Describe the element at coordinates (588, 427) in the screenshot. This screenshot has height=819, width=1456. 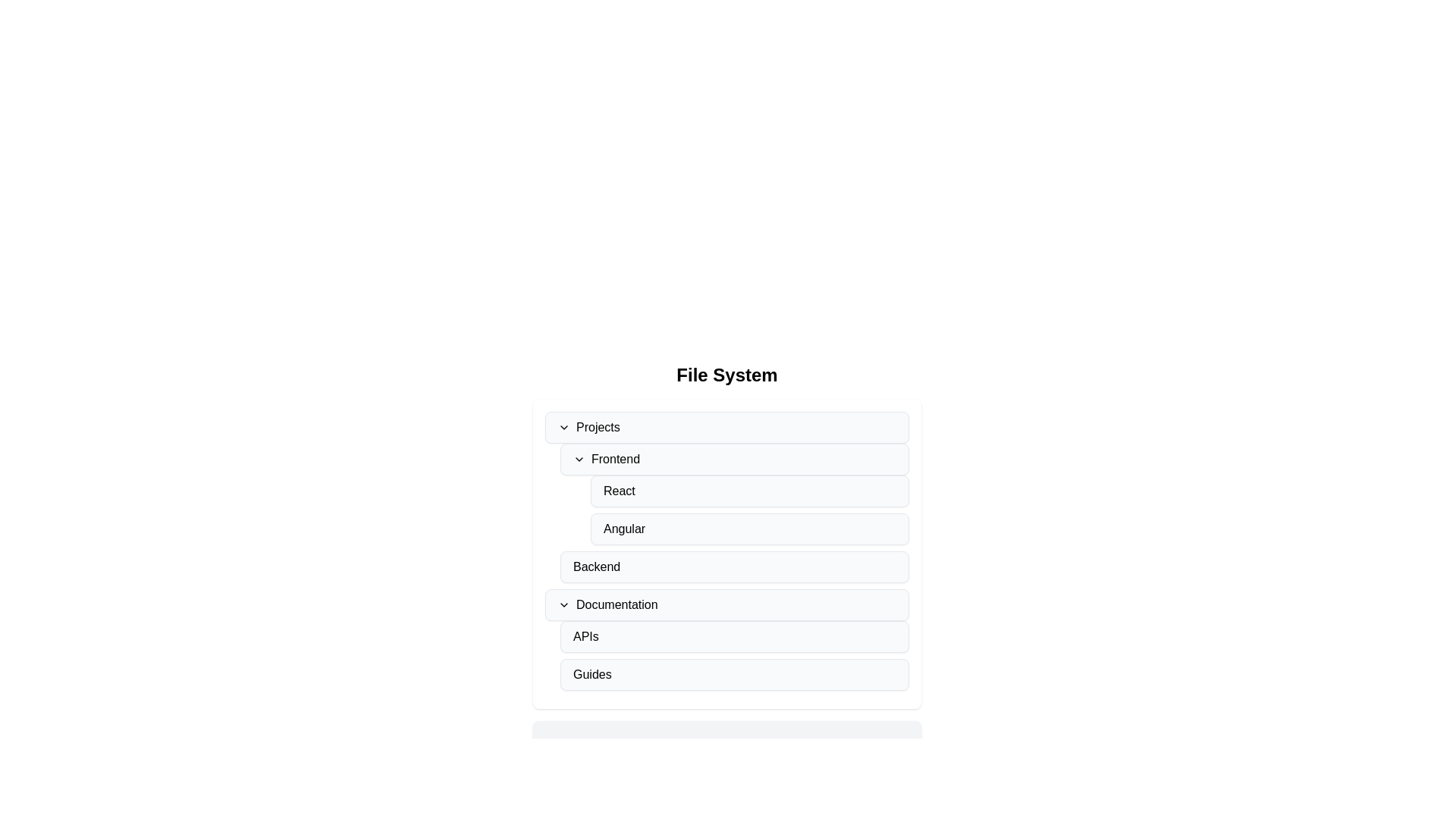
I see `the 'Projects' dropdown toggle text located centrally under the 'File System' heading to potentially highlight it or display a tooltip` at that location.